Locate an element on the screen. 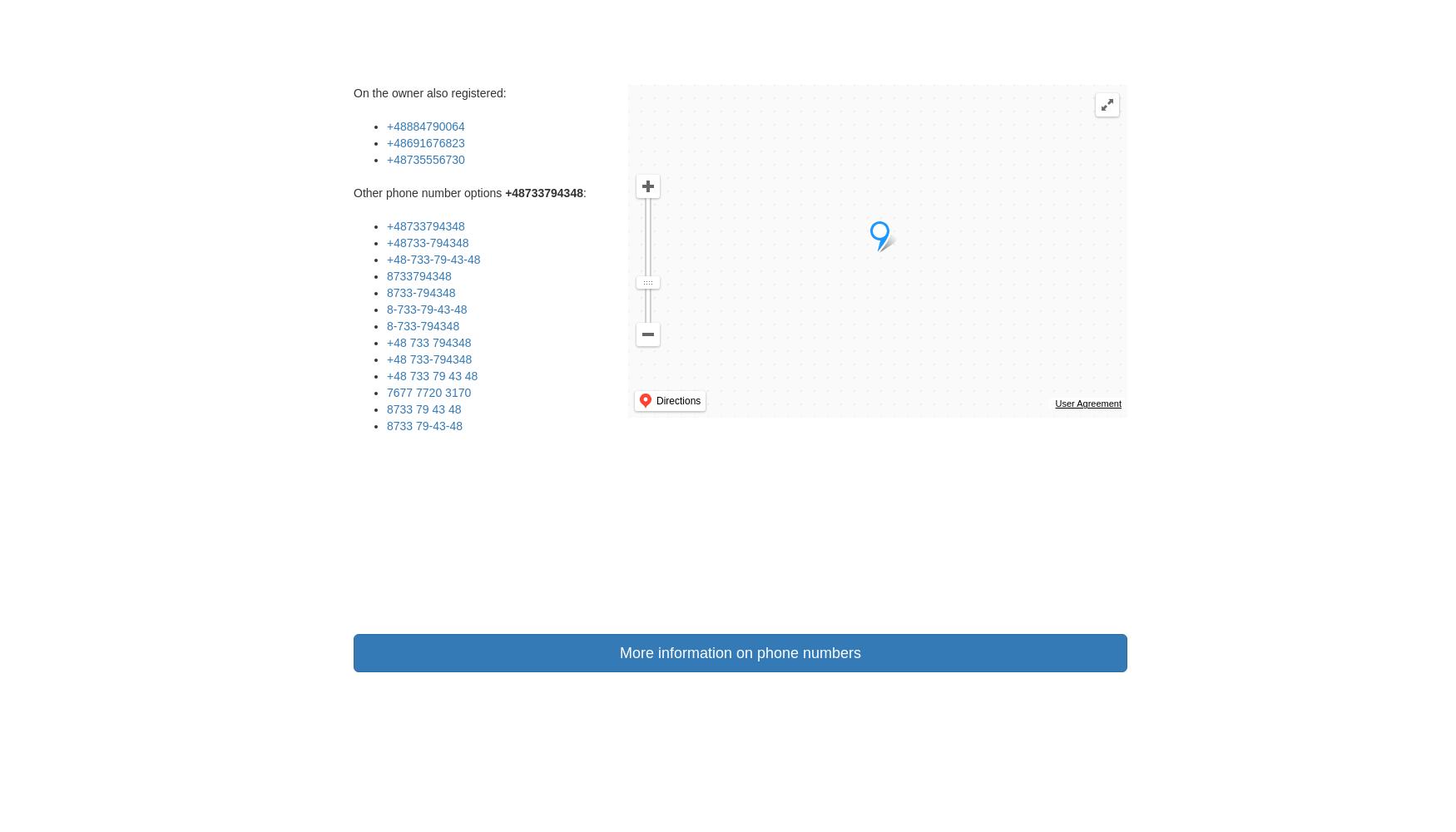 The width and height of the screenshot is (1456, 832). '+48691676823' is located at coordinates (386, 143).